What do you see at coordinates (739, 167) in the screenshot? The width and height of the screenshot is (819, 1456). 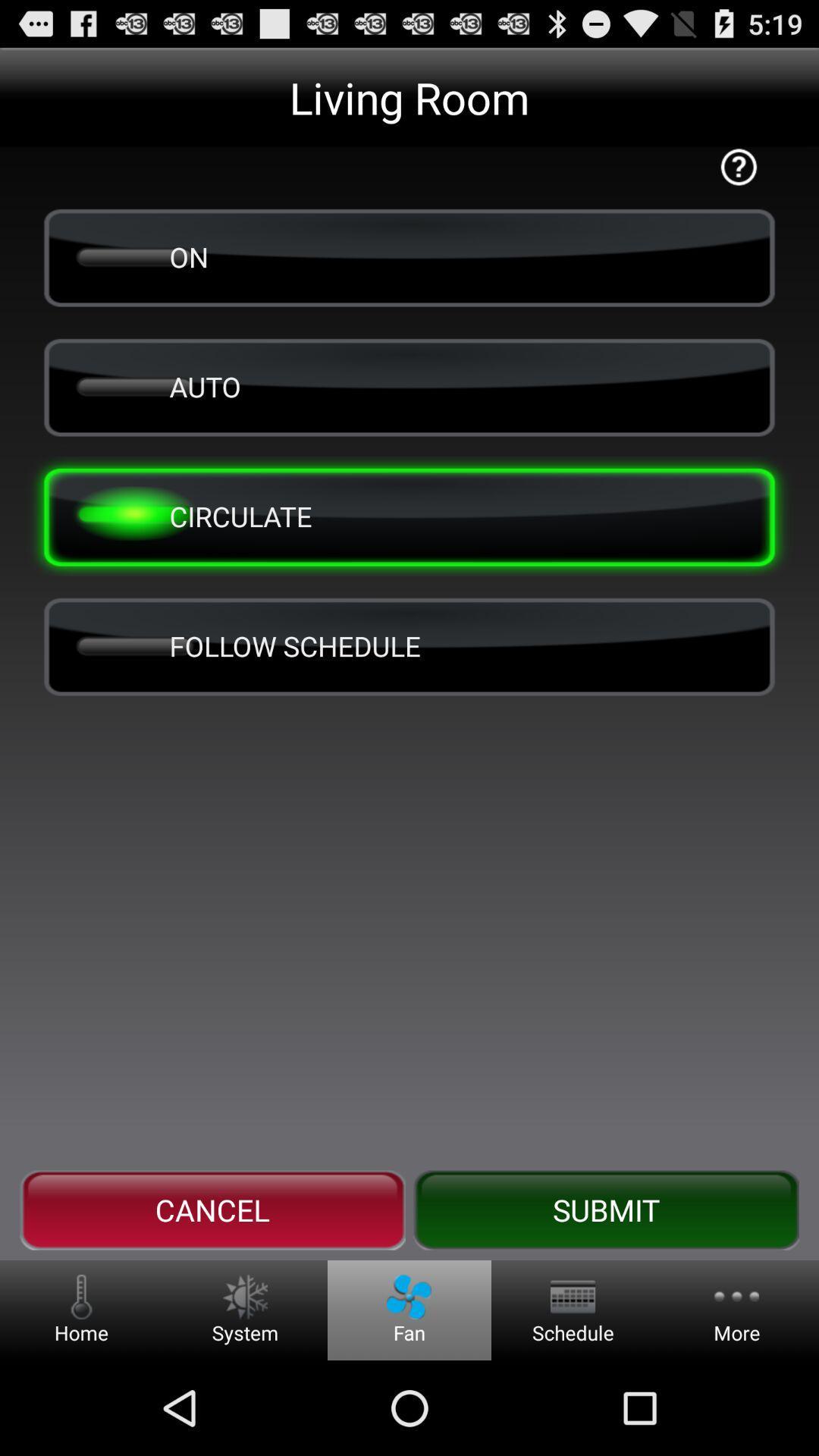 I see `the icon at the top right corner` at bounding box center [739, 167].